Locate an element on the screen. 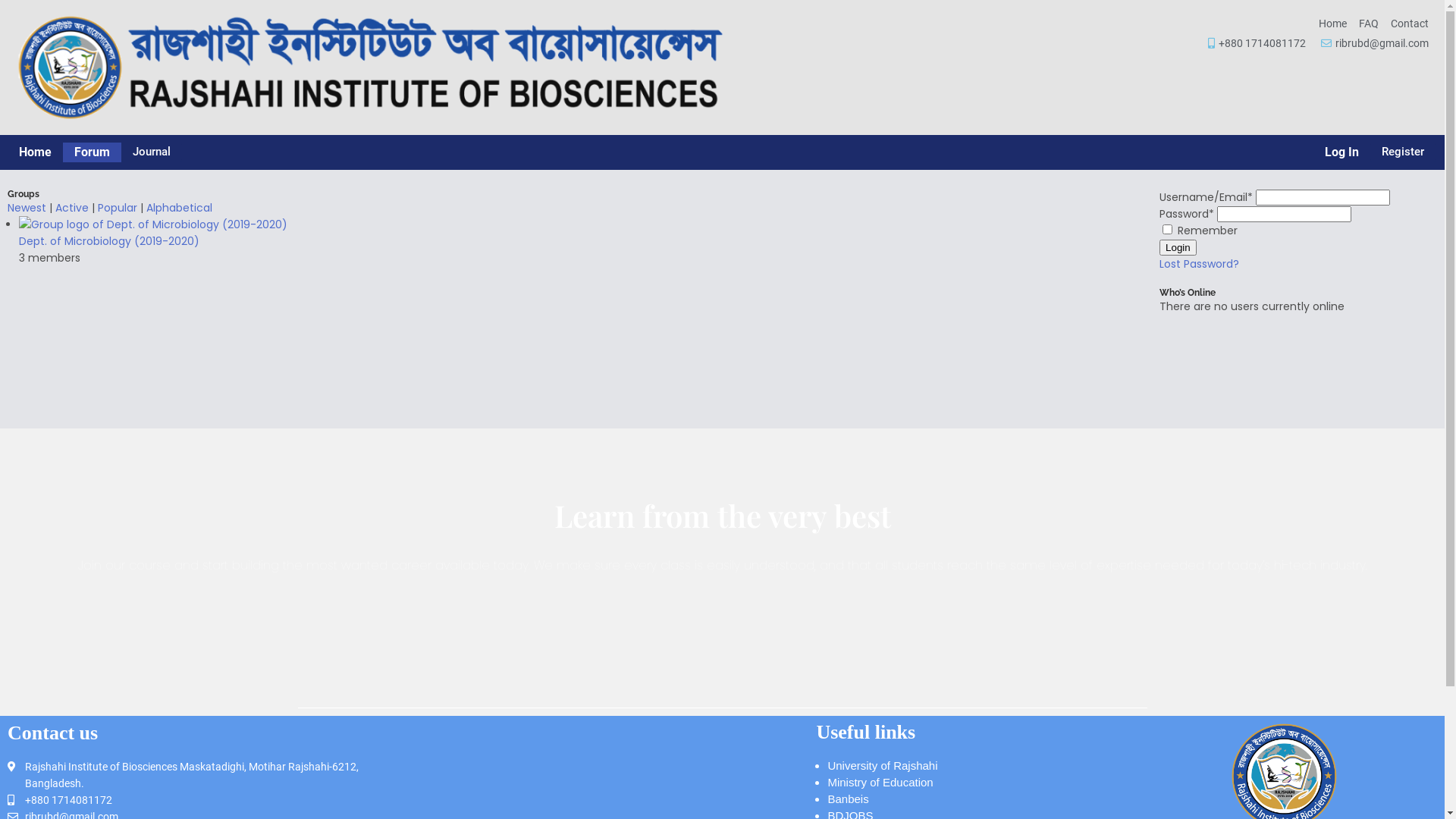 This screenshot has width=1456, height=819. 'Dept. of Microbiology (2019-2020)' is located at coordinates (108, 240).